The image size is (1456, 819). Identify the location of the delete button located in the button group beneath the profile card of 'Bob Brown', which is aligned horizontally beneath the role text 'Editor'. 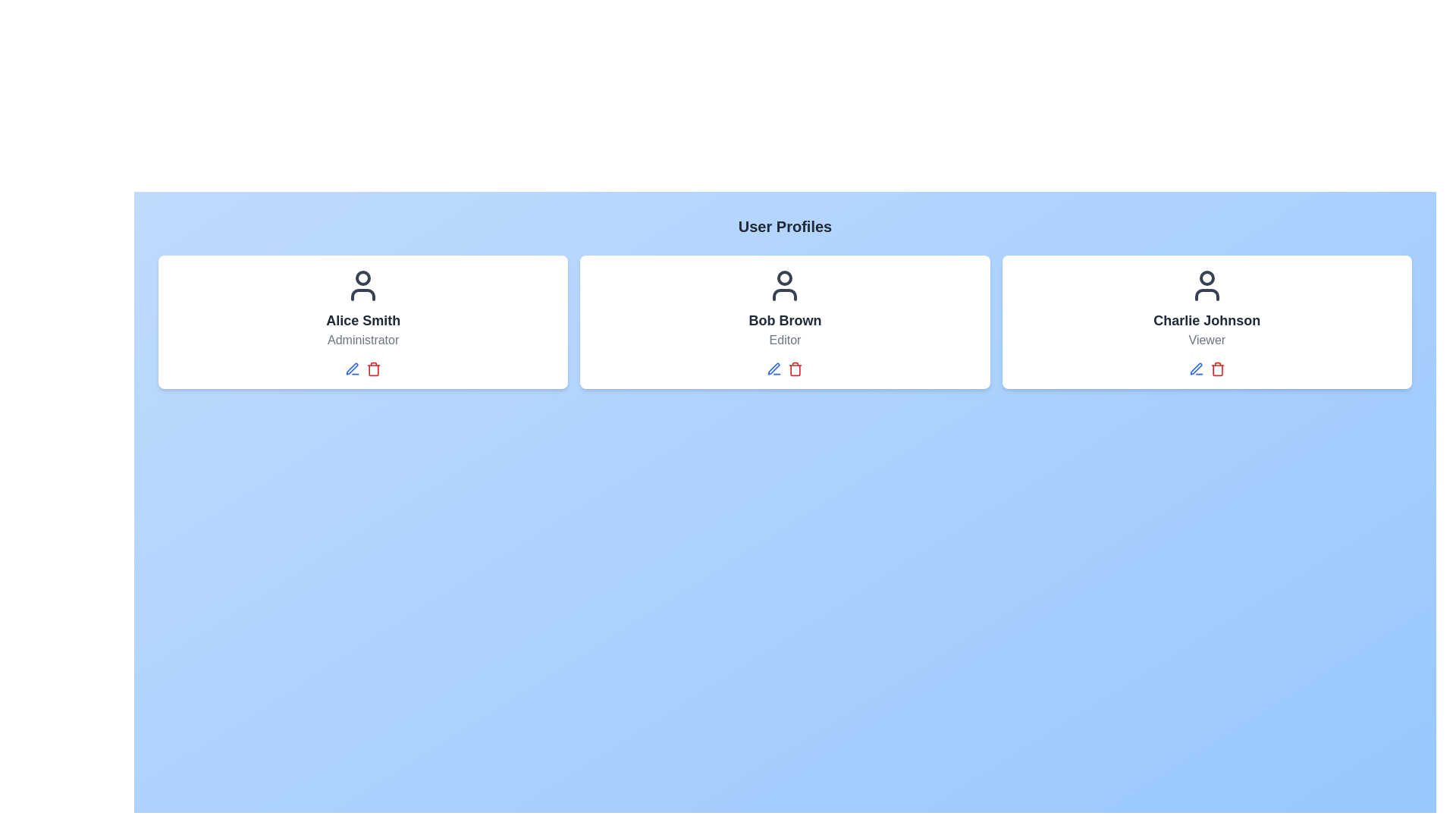
(785, 369).